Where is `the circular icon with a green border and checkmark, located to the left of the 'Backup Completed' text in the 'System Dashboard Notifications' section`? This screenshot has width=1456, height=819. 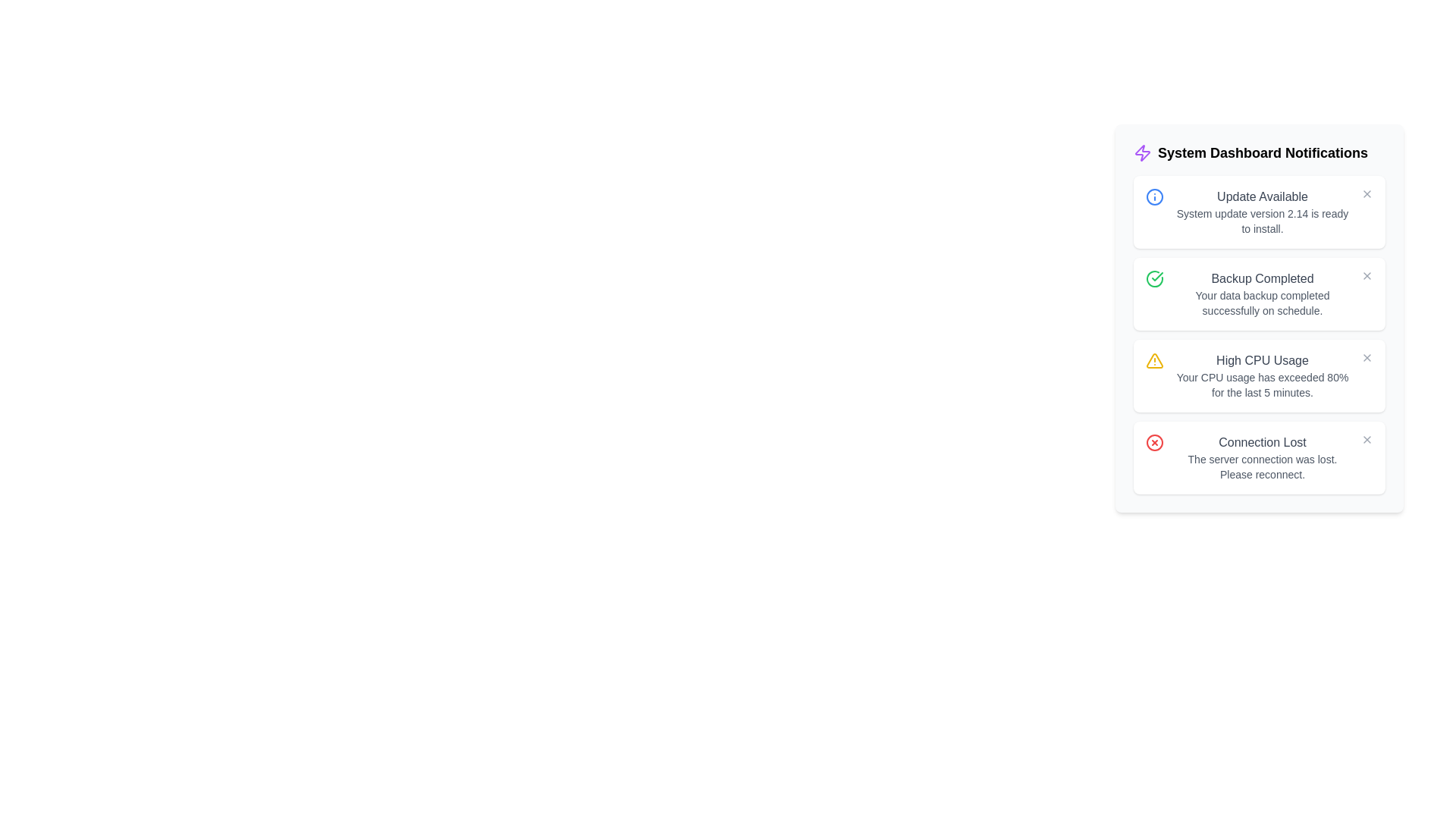
the circular icon with a green border and checkmark, located to the left of the 'Backup Completed' text in the 'System Dashboard Notifications' section is located at coordinates (1153, 278).